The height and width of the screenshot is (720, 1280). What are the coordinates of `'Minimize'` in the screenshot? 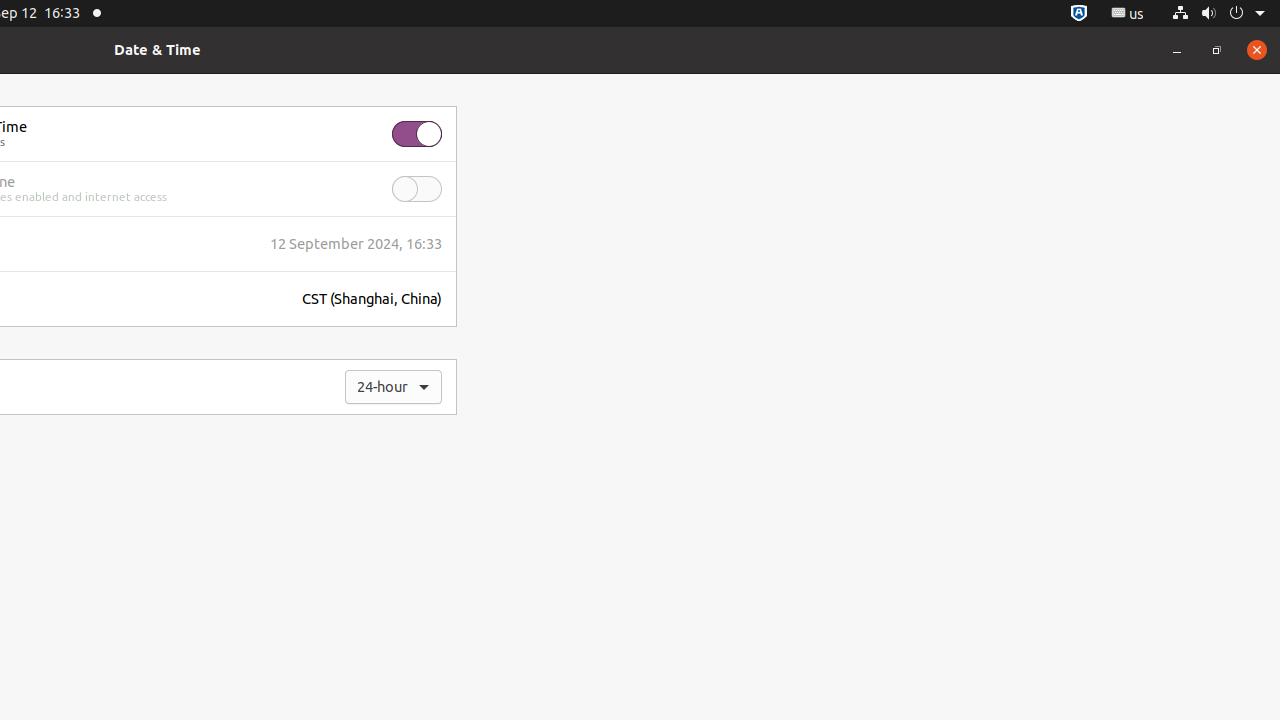 It's located at (1176, 48).